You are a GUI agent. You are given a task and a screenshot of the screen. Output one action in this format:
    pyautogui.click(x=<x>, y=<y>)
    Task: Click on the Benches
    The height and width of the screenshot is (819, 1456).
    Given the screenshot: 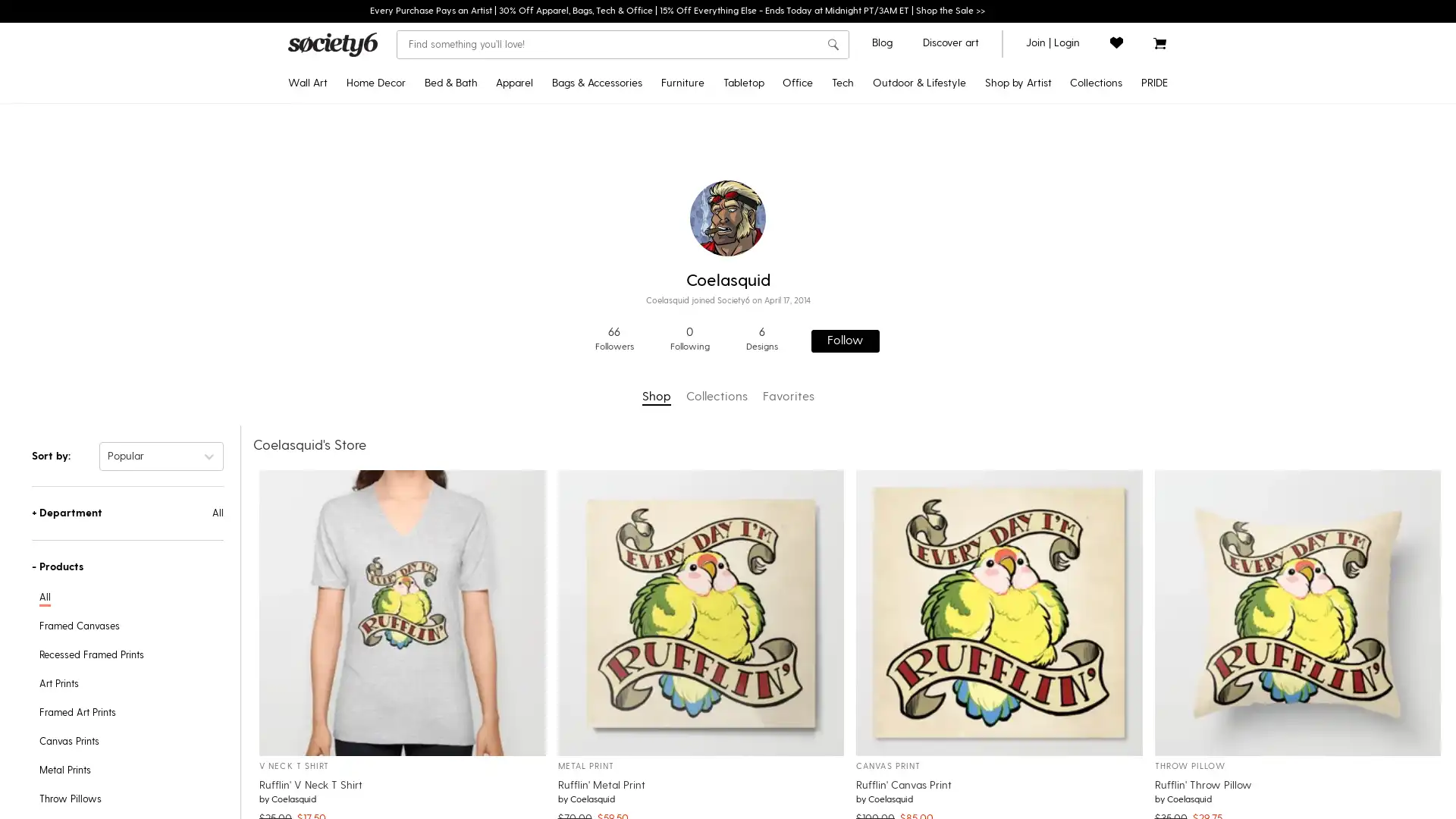 What is the action you would take?
    pyautogui.click(x=708, y=146)
    